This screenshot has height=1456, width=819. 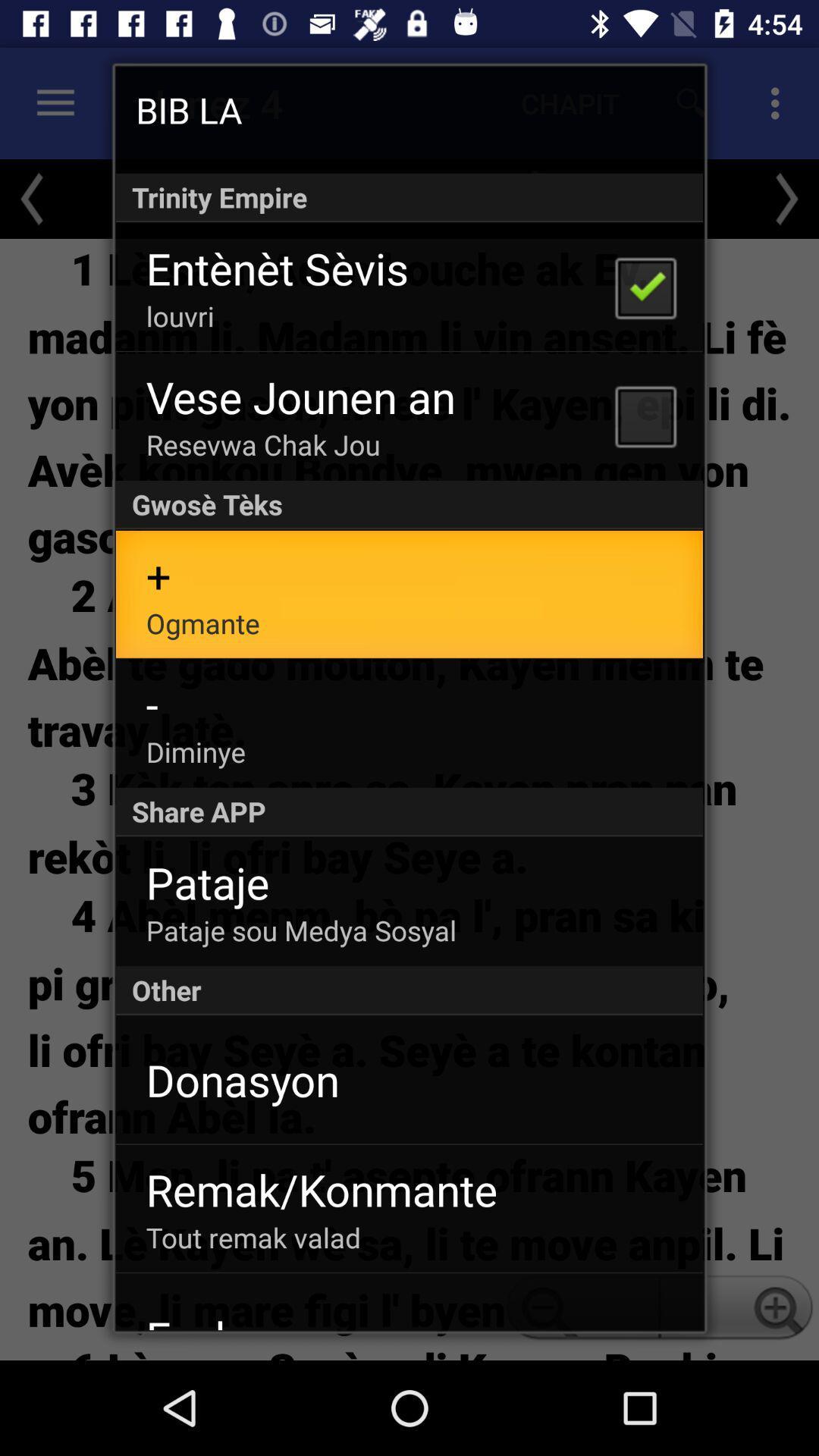 I want to click on -, so click(x=152, y=703).